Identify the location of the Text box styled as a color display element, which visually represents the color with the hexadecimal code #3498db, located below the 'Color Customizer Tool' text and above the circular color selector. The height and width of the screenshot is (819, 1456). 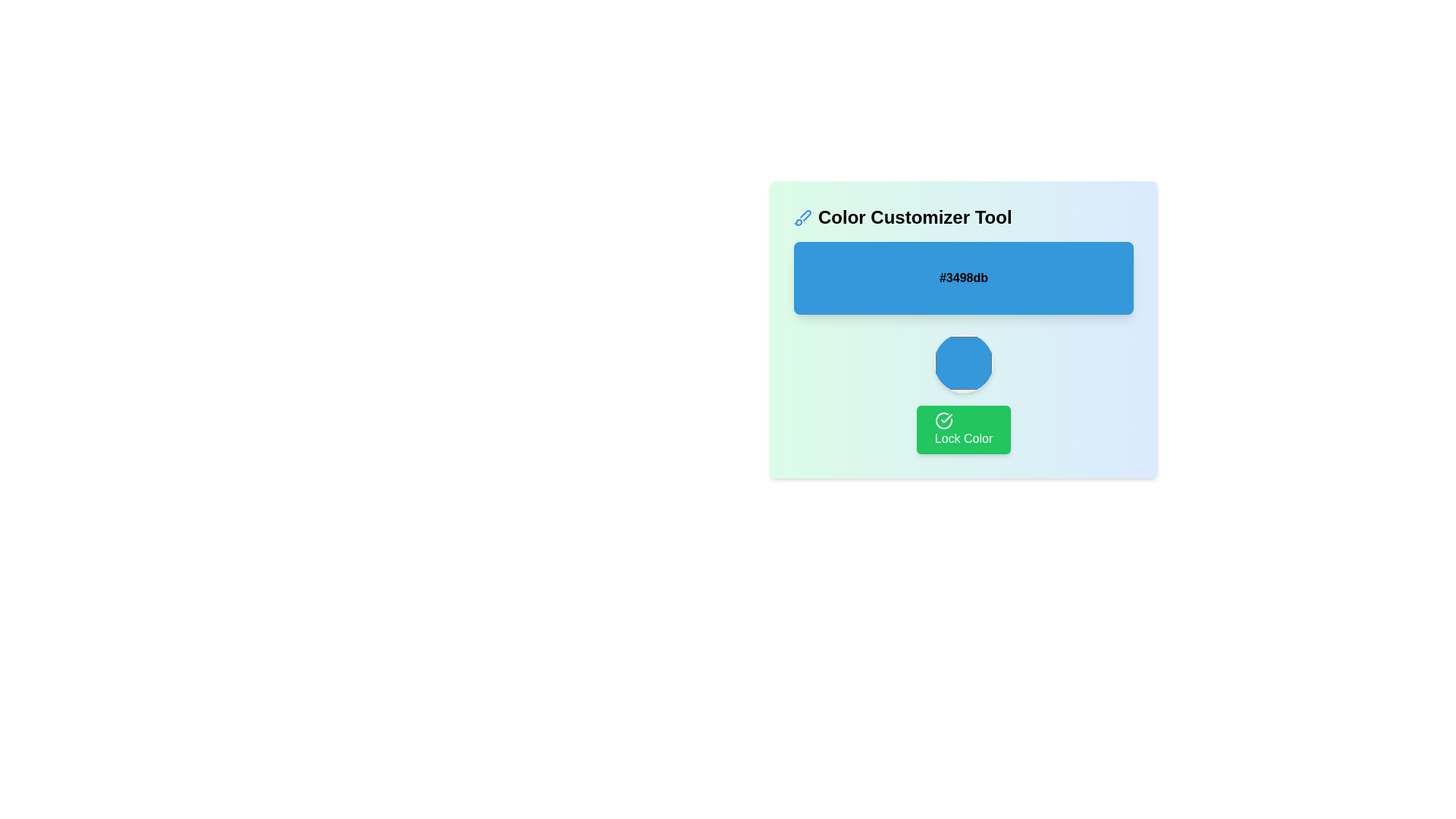
(963, 278).